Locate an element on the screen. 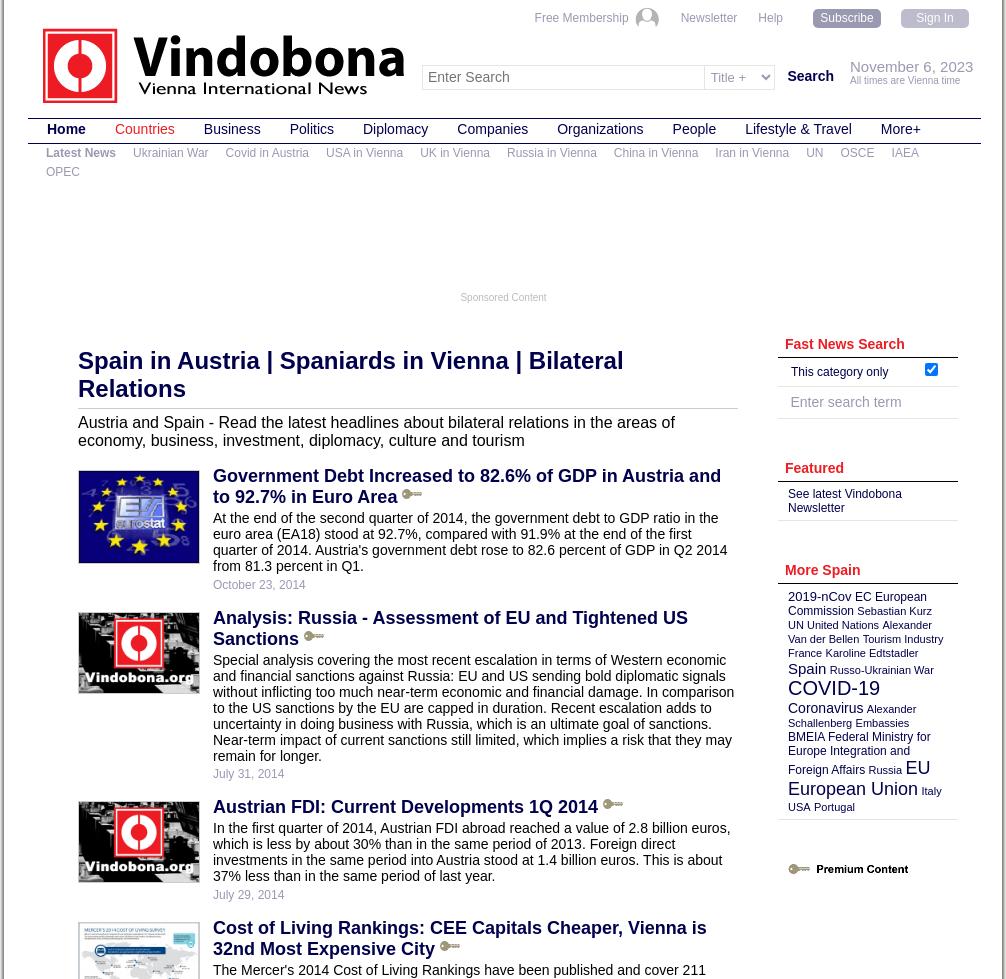 The height and width of the screenshot is (979, 1006). 'July 31, 2014' is located at coordinates (248, 772).